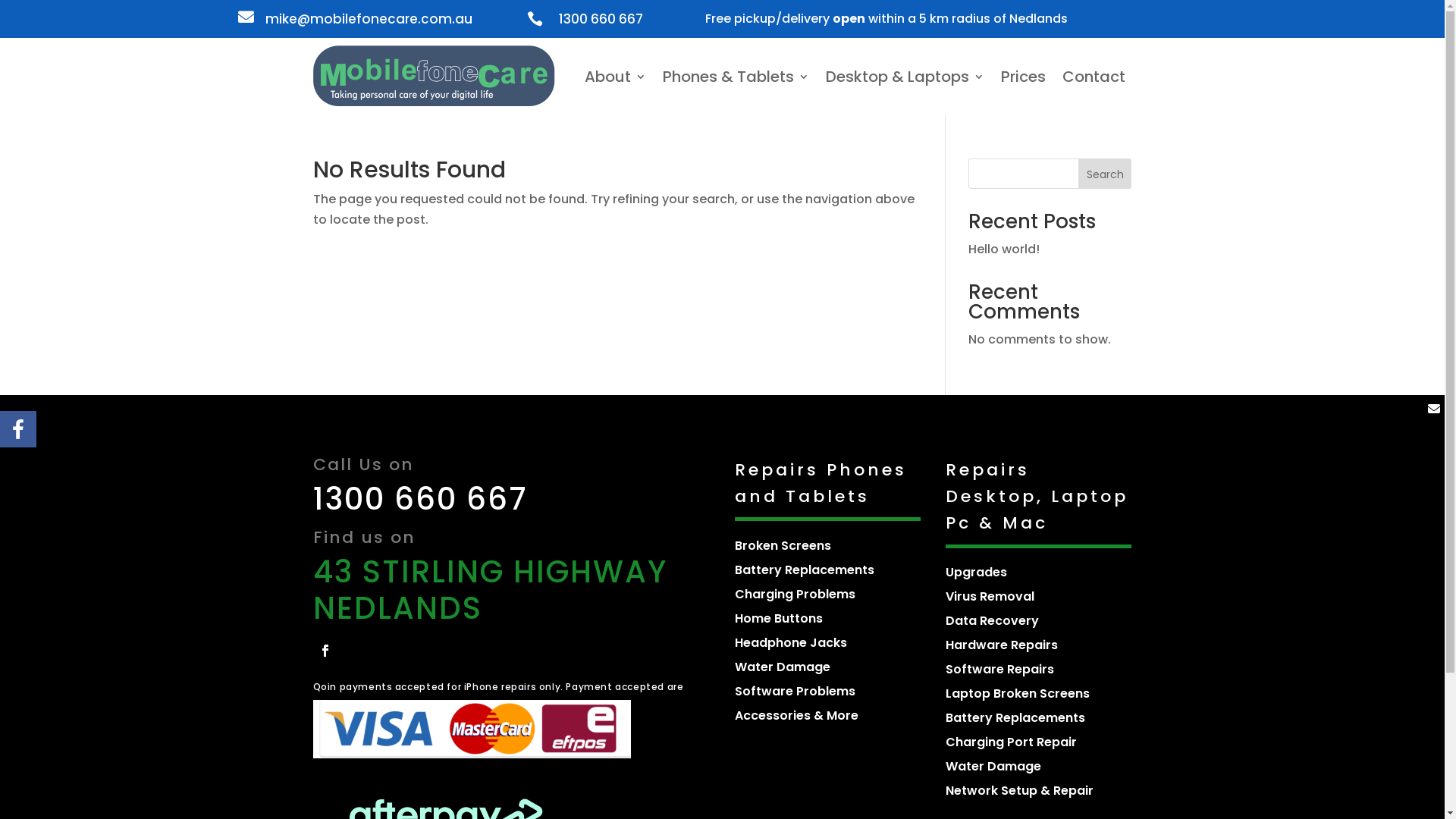 The image size is (1456, 819). What do you see at coordinates (1105, 172) in the screenshot?
I see `'Search'` at bounding box center [1105, 172].